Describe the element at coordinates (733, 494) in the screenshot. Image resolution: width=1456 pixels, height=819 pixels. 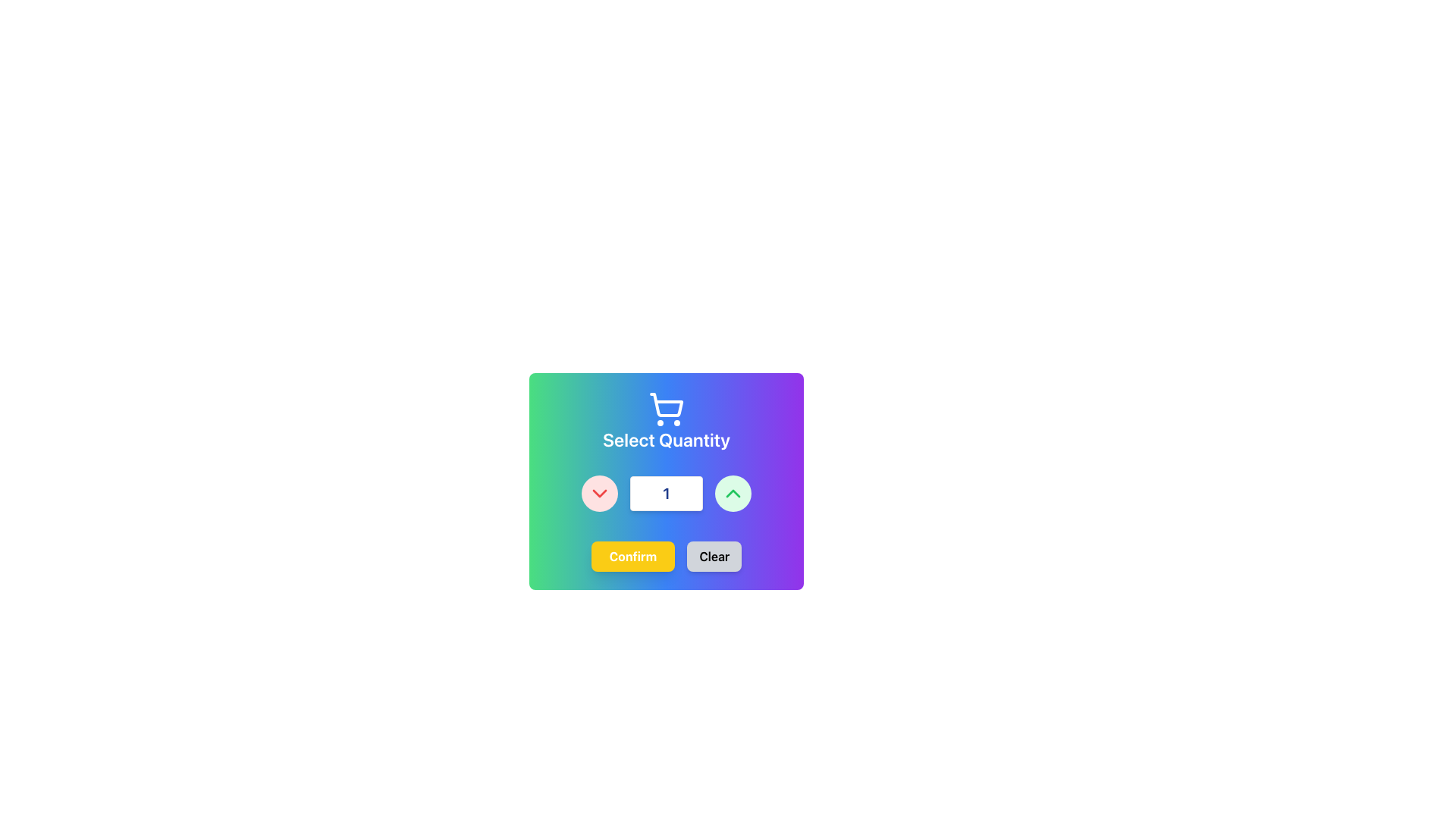
I see `the circular light green button with an upward-pointing chevron icon in the 'Select Quantity' dialog to increase the value` at that location.